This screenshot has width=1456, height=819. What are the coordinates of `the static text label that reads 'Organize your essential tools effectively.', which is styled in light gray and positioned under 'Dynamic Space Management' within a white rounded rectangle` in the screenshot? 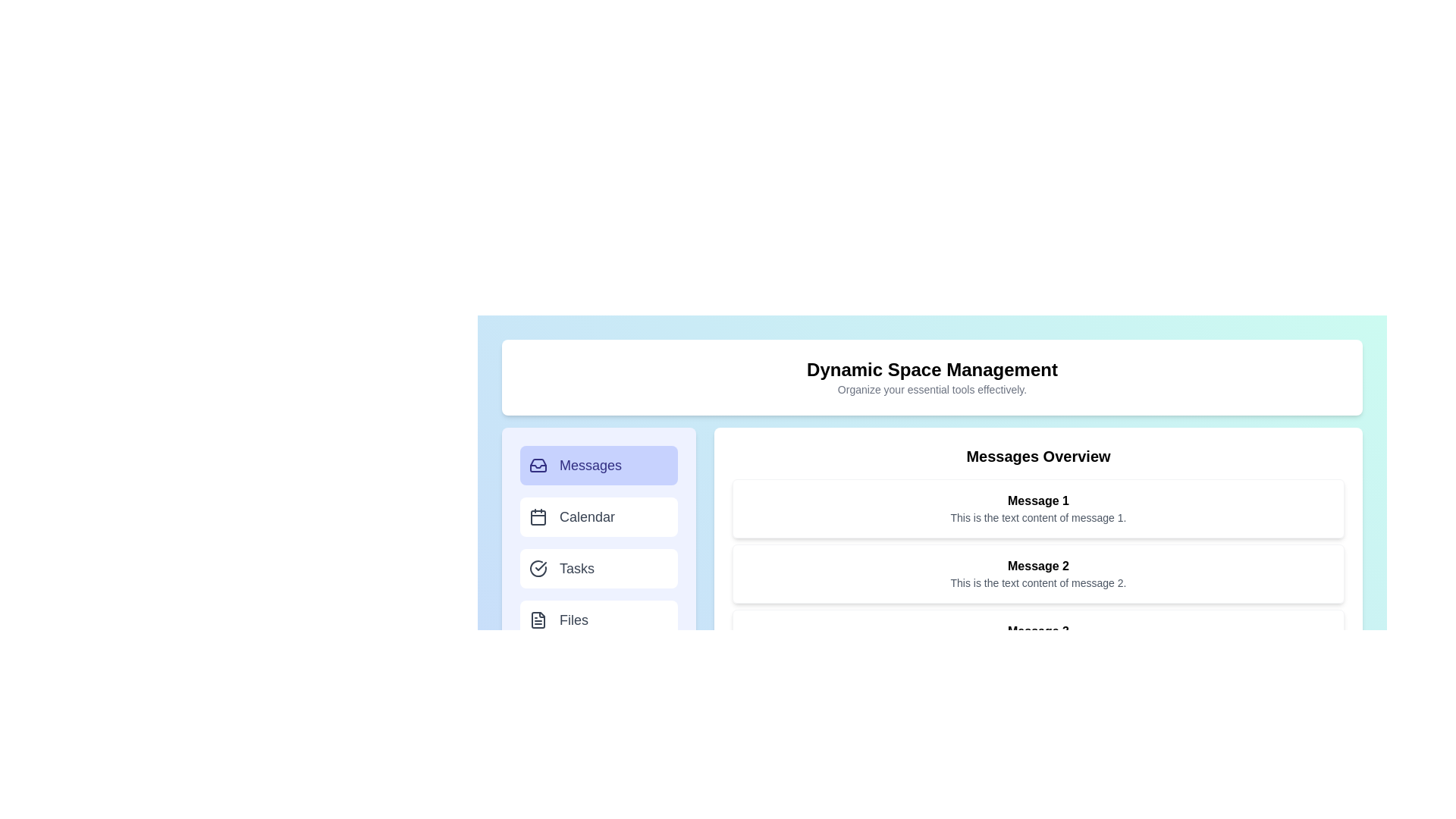 It's located at (931, 388).